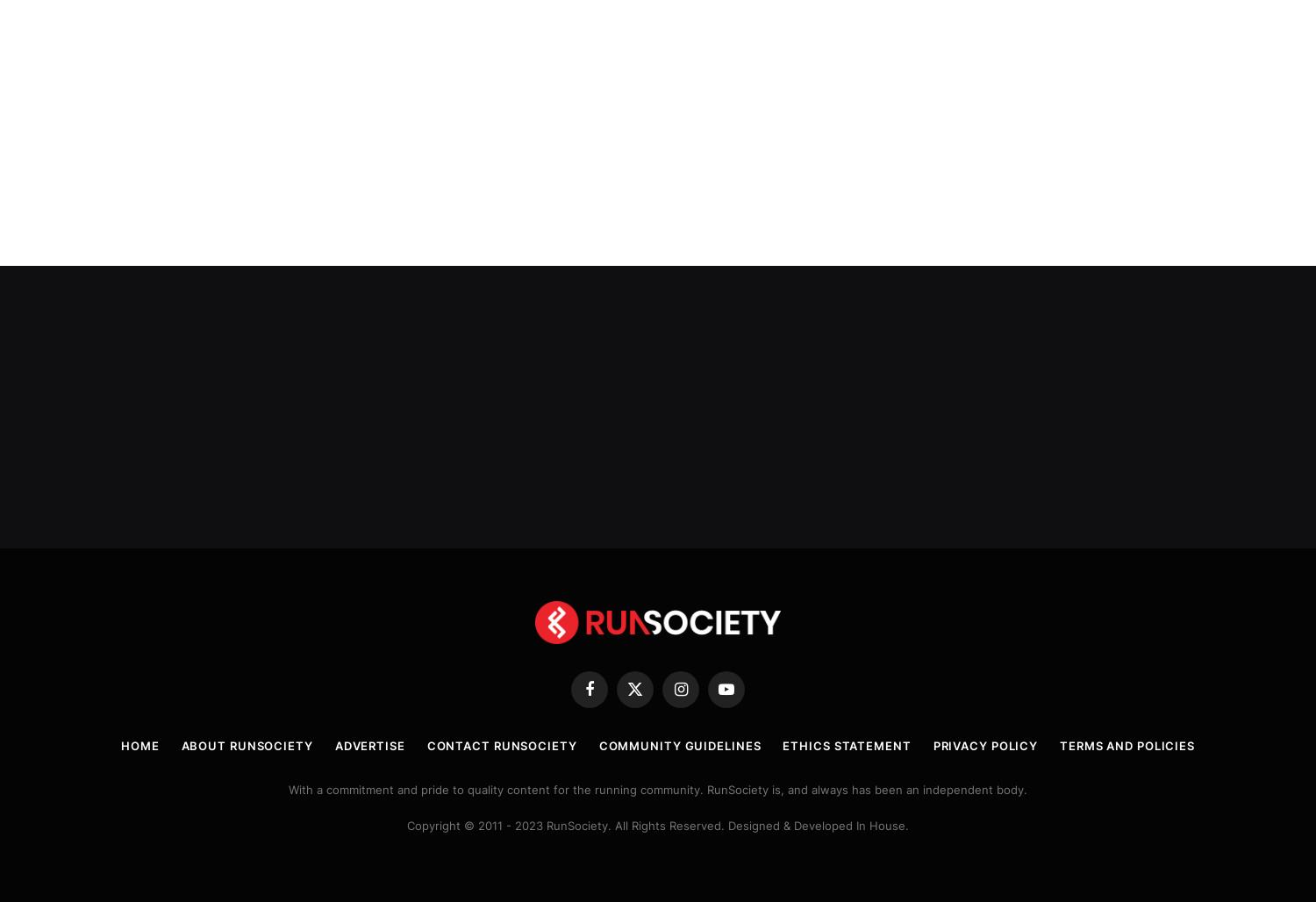 Image resolution: width=1316 pixels, height=902 pixels. What do you see at coordinates (1127, 742) in the screenshot?
I see `'Terms and Policies'` at bounding box center [1127, 742].